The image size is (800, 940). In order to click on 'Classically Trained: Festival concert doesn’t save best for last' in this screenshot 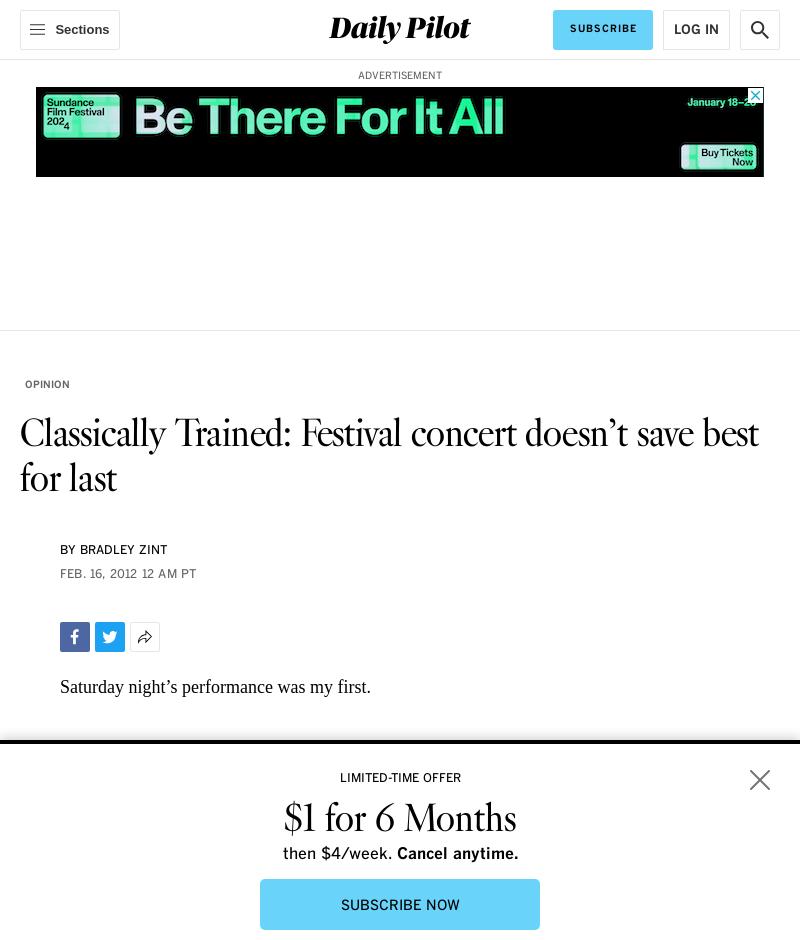, I will do `click(388, 457)`.